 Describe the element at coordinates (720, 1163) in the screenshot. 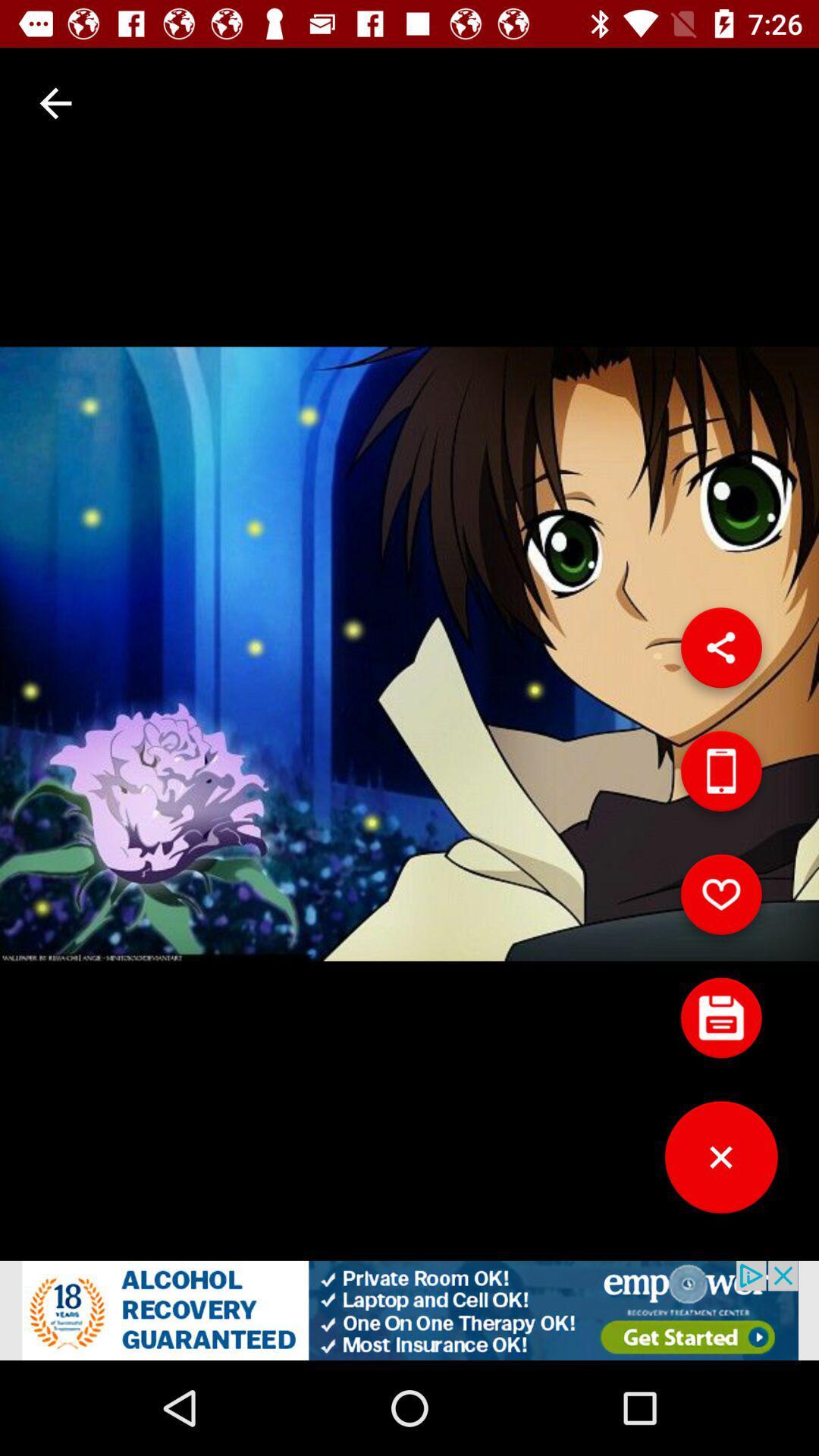

I see `button` at that location.